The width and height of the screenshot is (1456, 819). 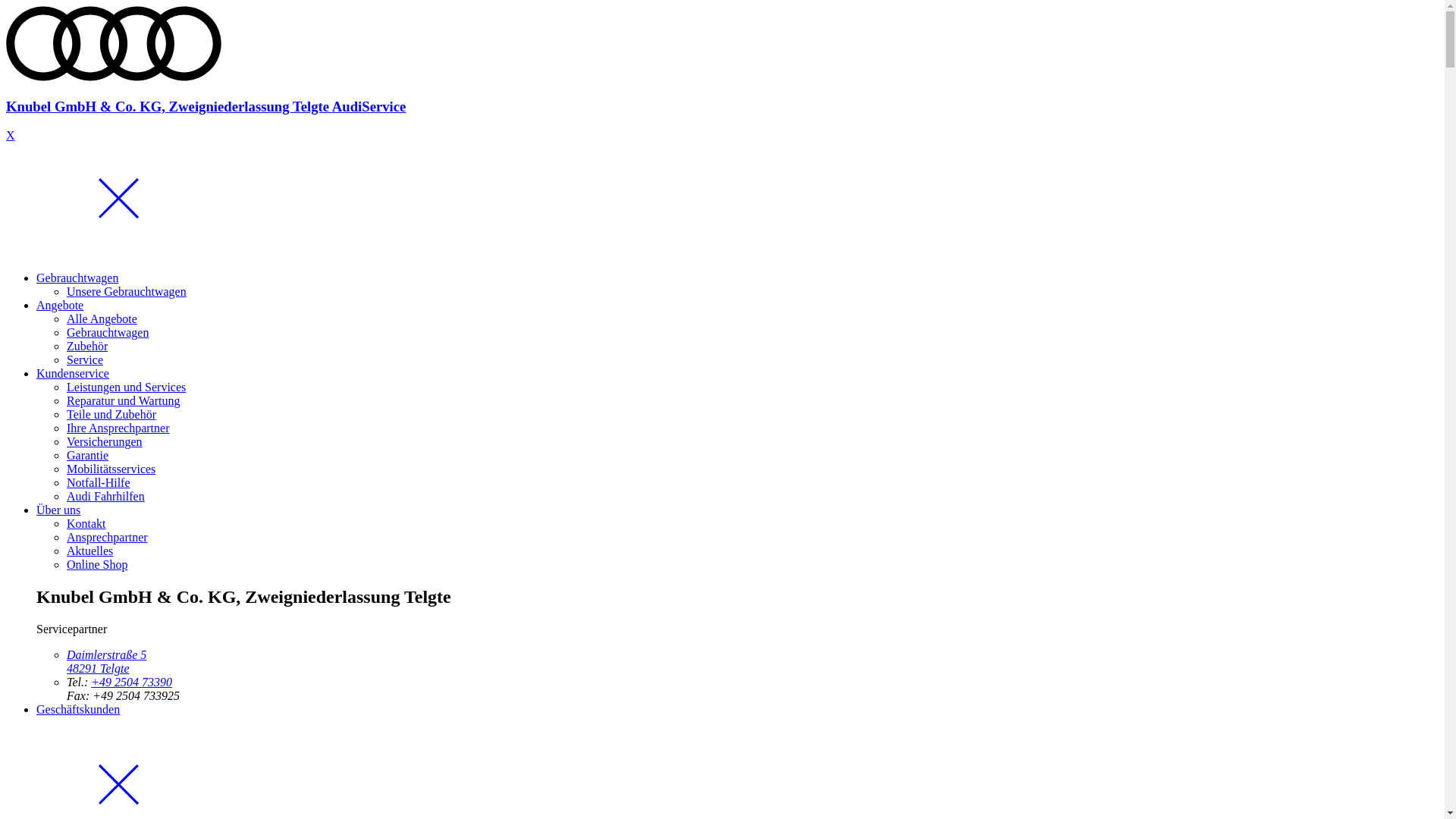 What do you see at coordinates (96, 564) in the screenshot?
I see `'Online Shop'` at bounding box center [96, 564].